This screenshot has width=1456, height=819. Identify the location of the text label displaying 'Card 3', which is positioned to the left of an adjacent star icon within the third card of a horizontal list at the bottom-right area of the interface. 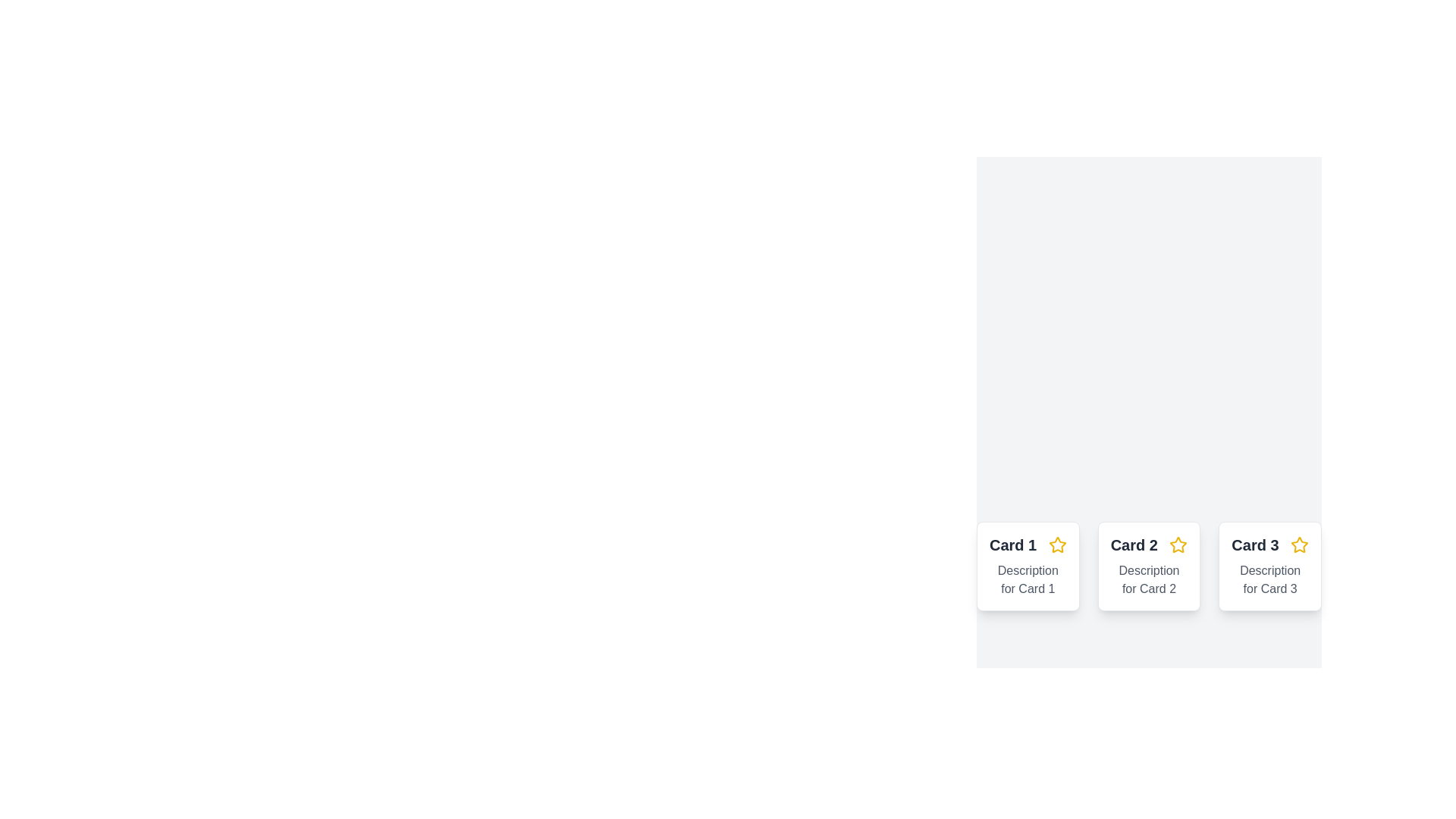
(1255, 544).